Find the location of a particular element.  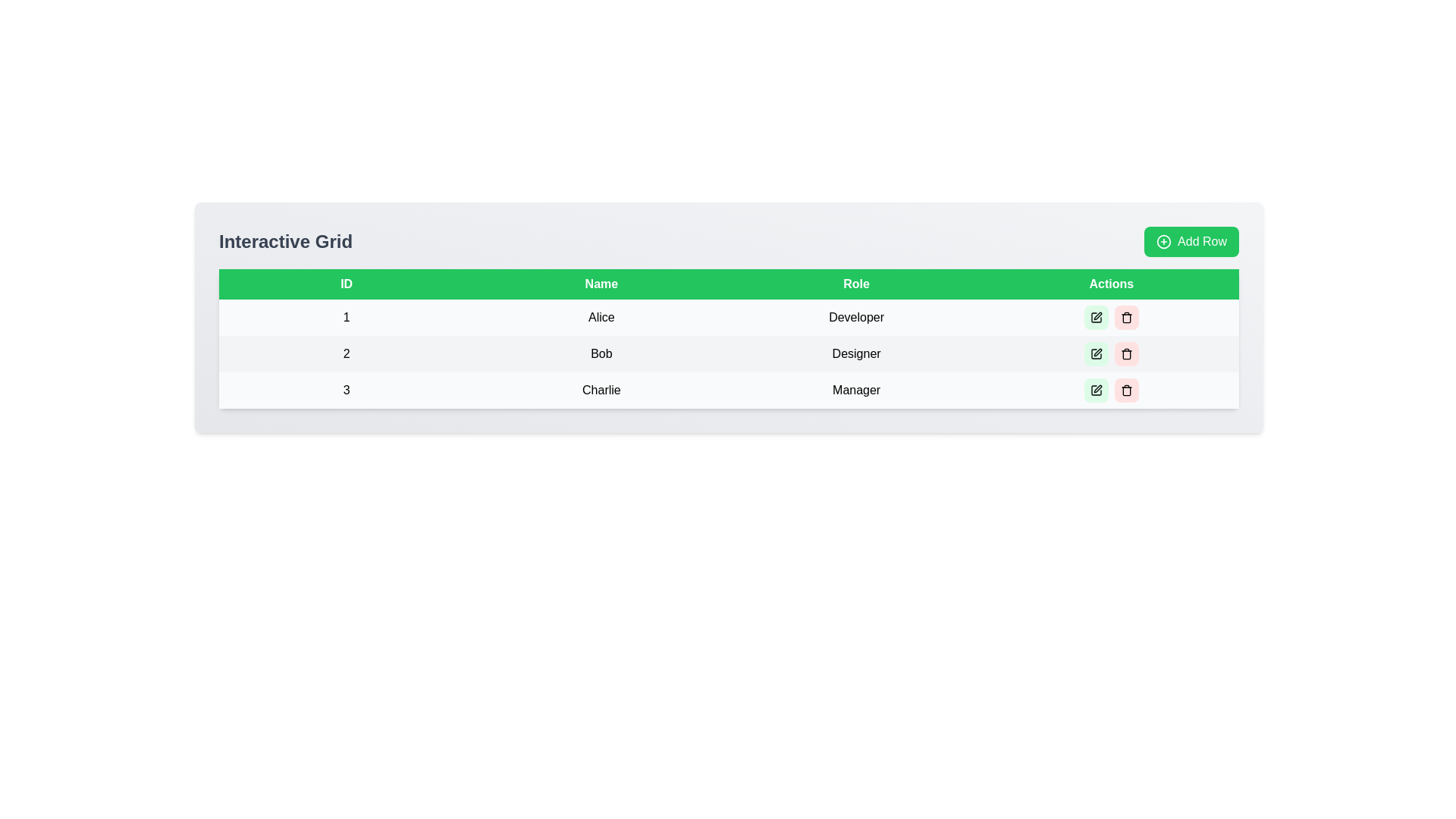

the adjacent edit and delete buttons by clicking on the separator icon located in the 'Actions' column of the second row of the 'Interactive Grid' is located at coordinates (1111, 353).